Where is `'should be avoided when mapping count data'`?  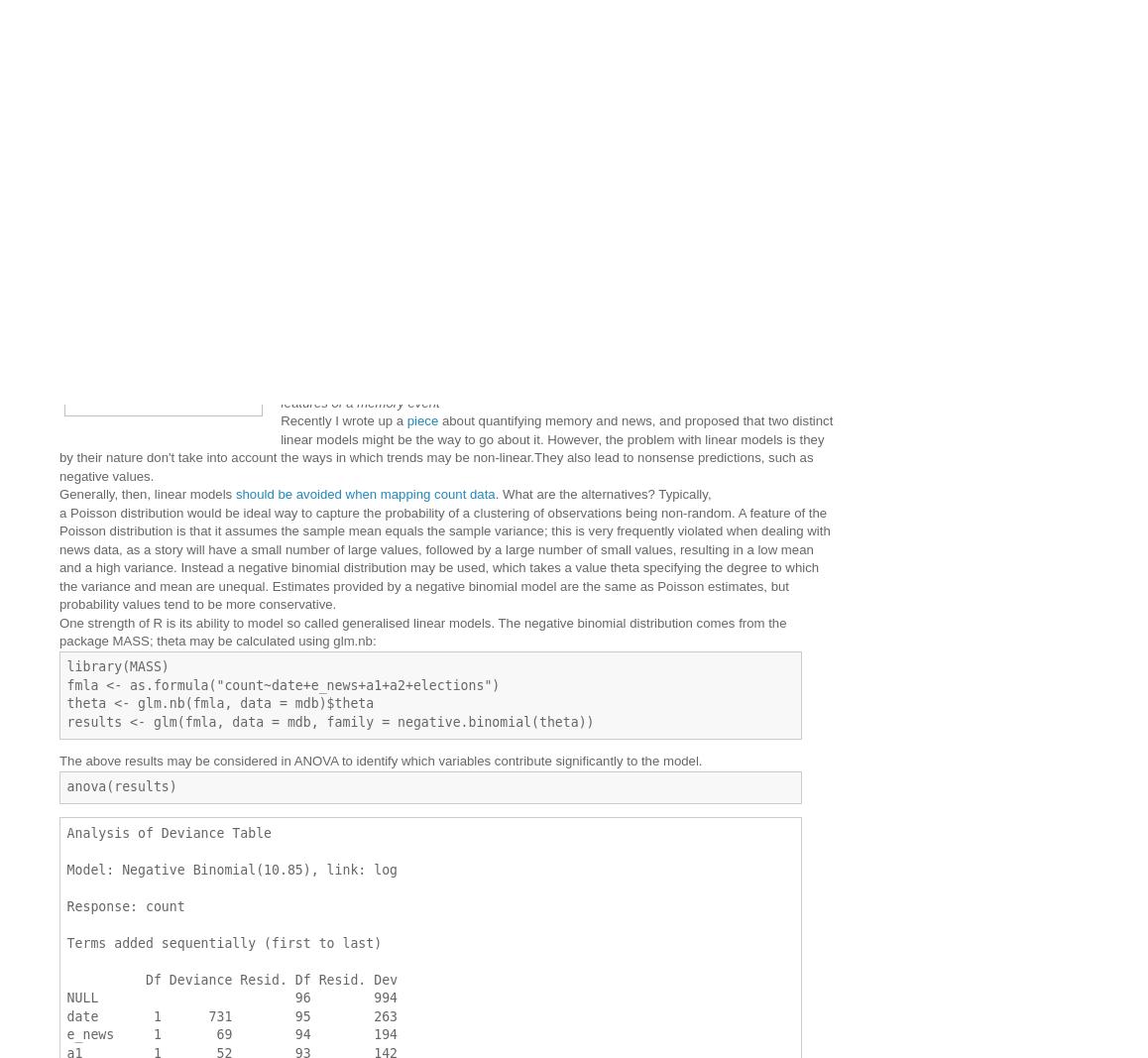 'should be avoided when mapping count data' is located at coordinates (364, 493).